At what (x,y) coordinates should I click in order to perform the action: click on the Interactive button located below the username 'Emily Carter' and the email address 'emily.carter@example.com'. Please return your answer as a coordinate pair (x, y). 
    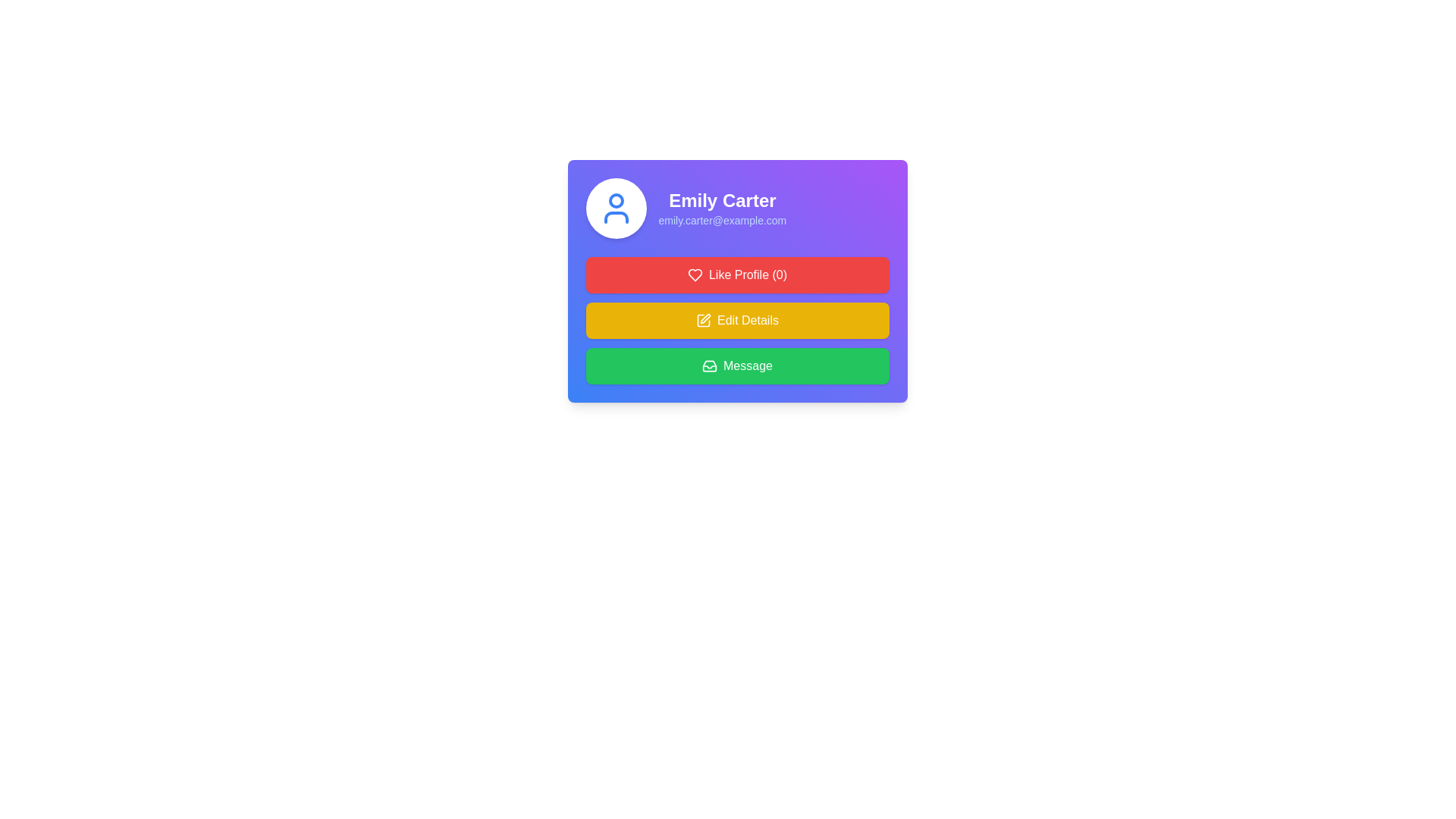
    Looking at the image, I should click on (737, 281).